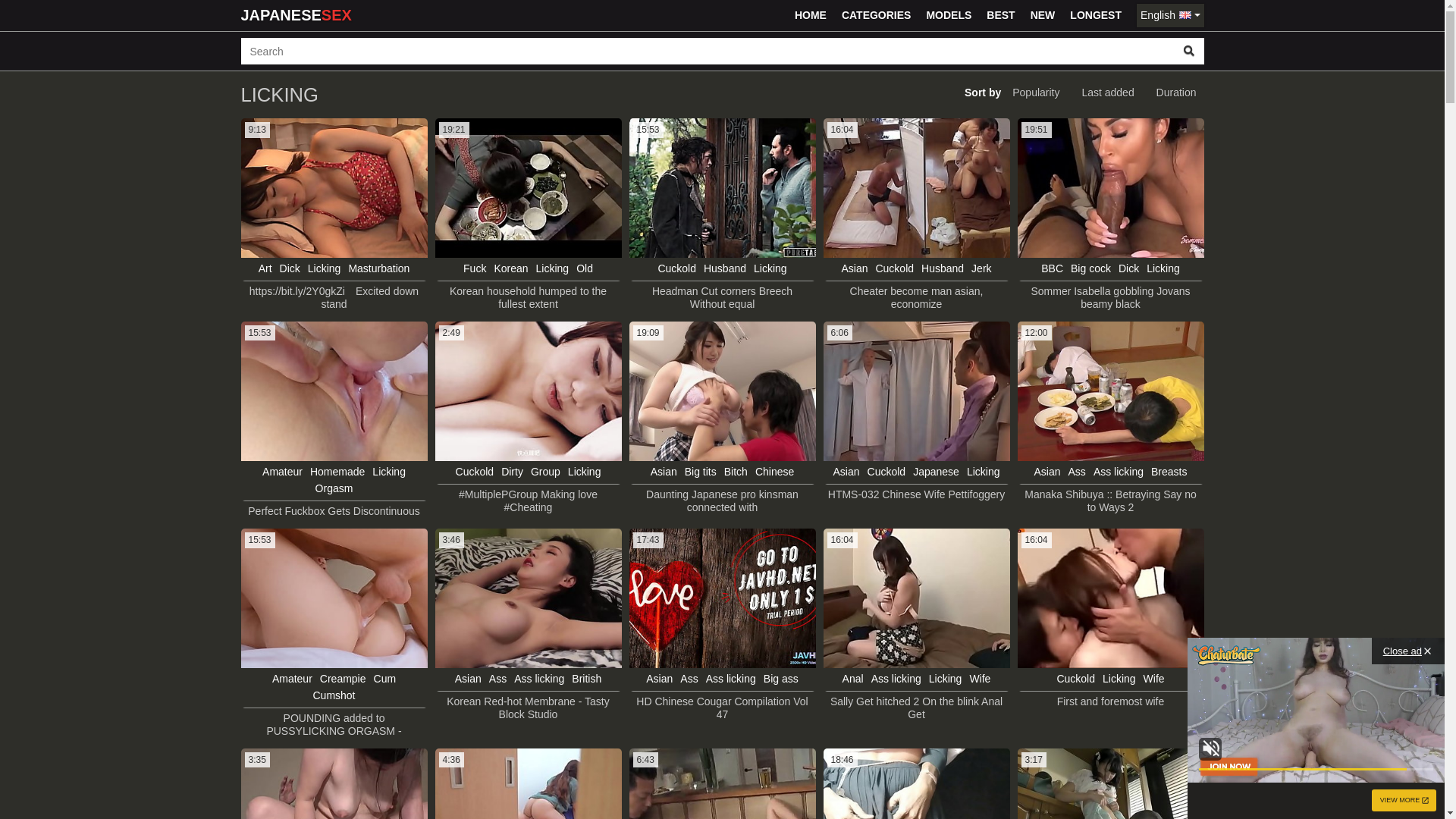 Image resolution: width=1456 pixels, height=819 pixels. Describe the element at coordinates (981, 268) in the screenshot. I see `'Jerk'` at that location.